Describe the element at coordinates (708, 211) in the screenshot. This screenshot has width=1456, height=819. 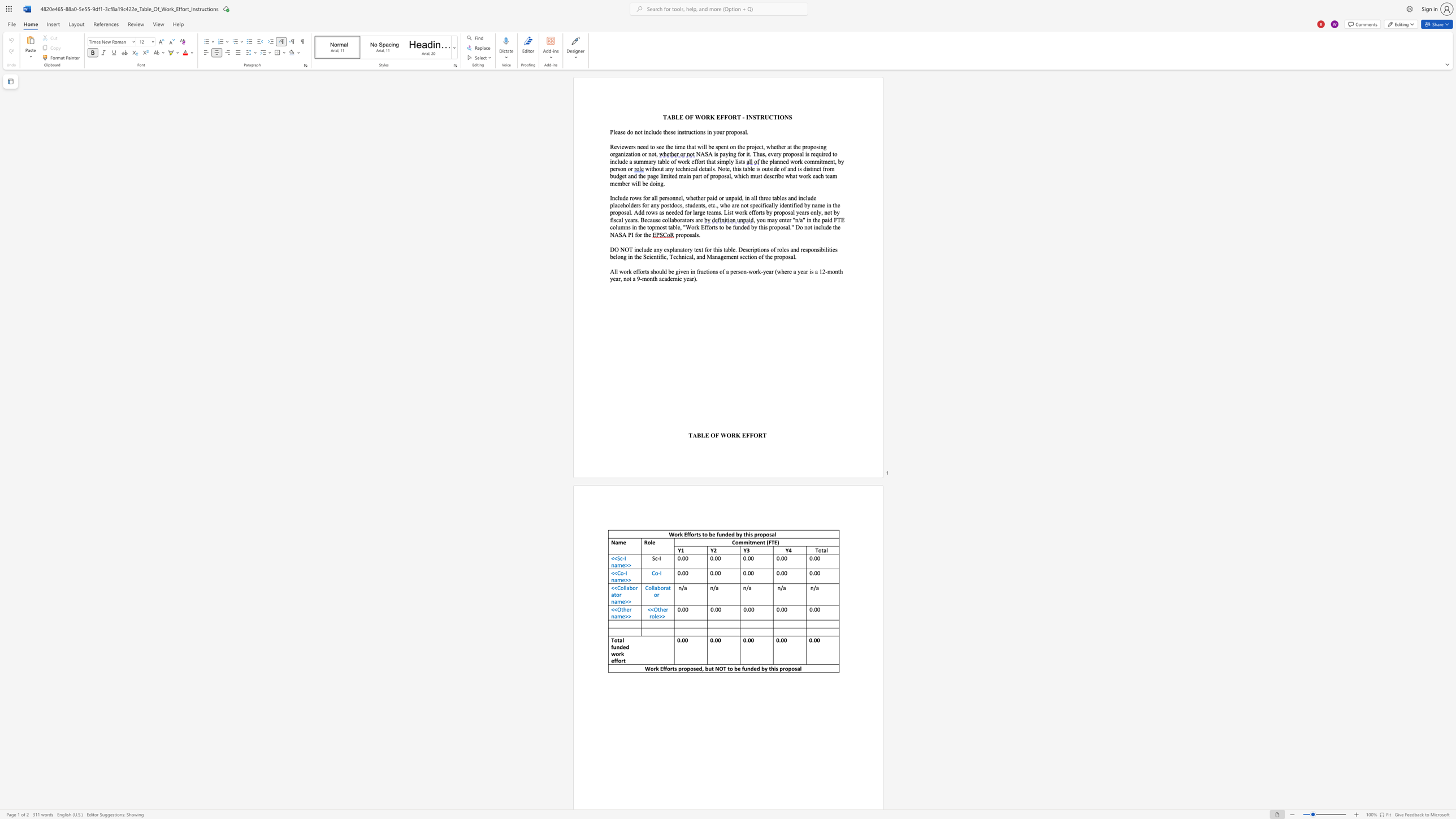
I see `the subset text "eams." within the text "by name in the proposal. Add rows as needed for large teams. List work efforts by proposal years only, not by fiscal years. Because collaborators are"` at that location.